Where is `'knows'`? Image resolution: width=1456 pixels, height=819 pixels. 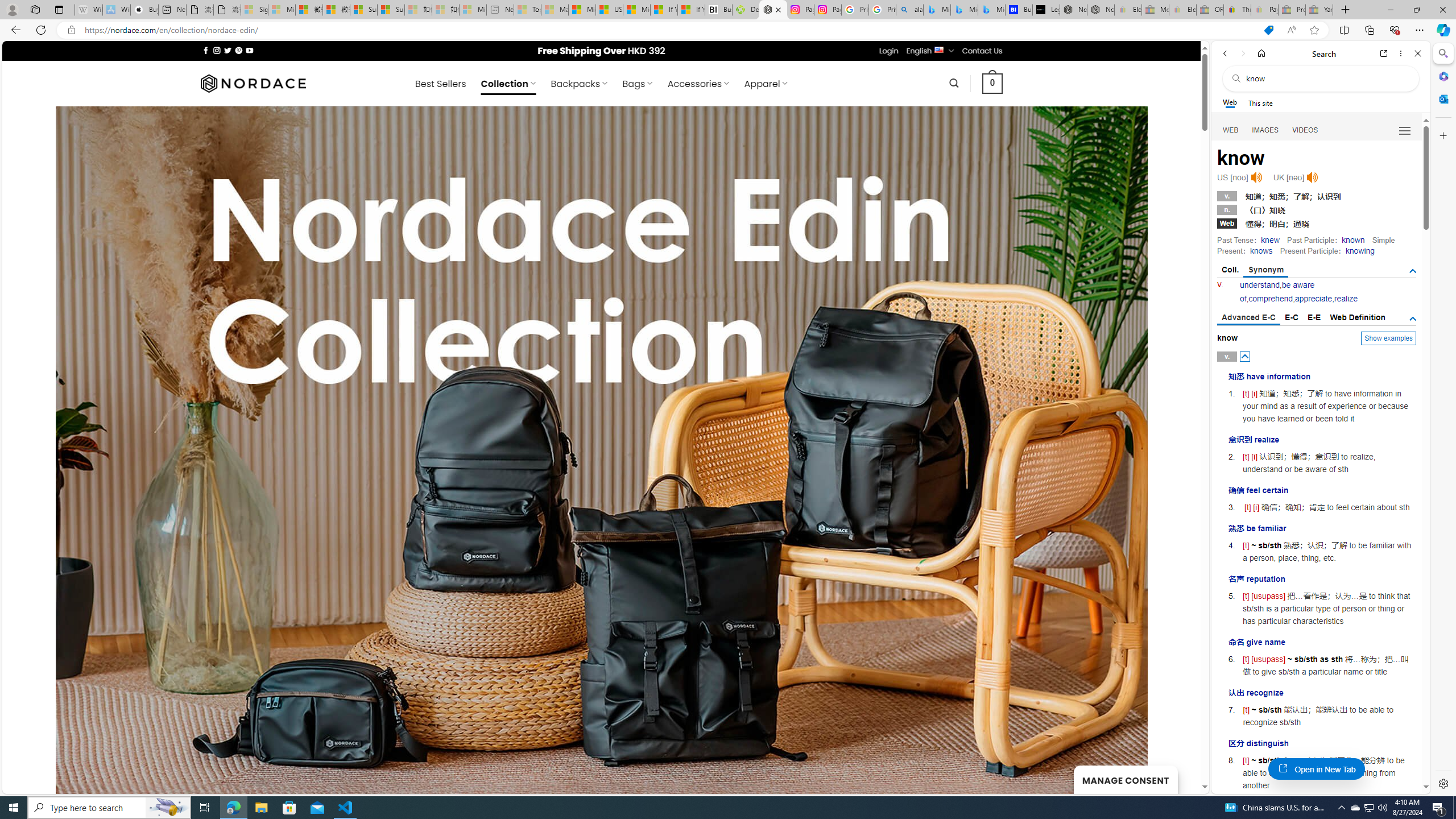
'knows' is located at coordinates (1260, 250).